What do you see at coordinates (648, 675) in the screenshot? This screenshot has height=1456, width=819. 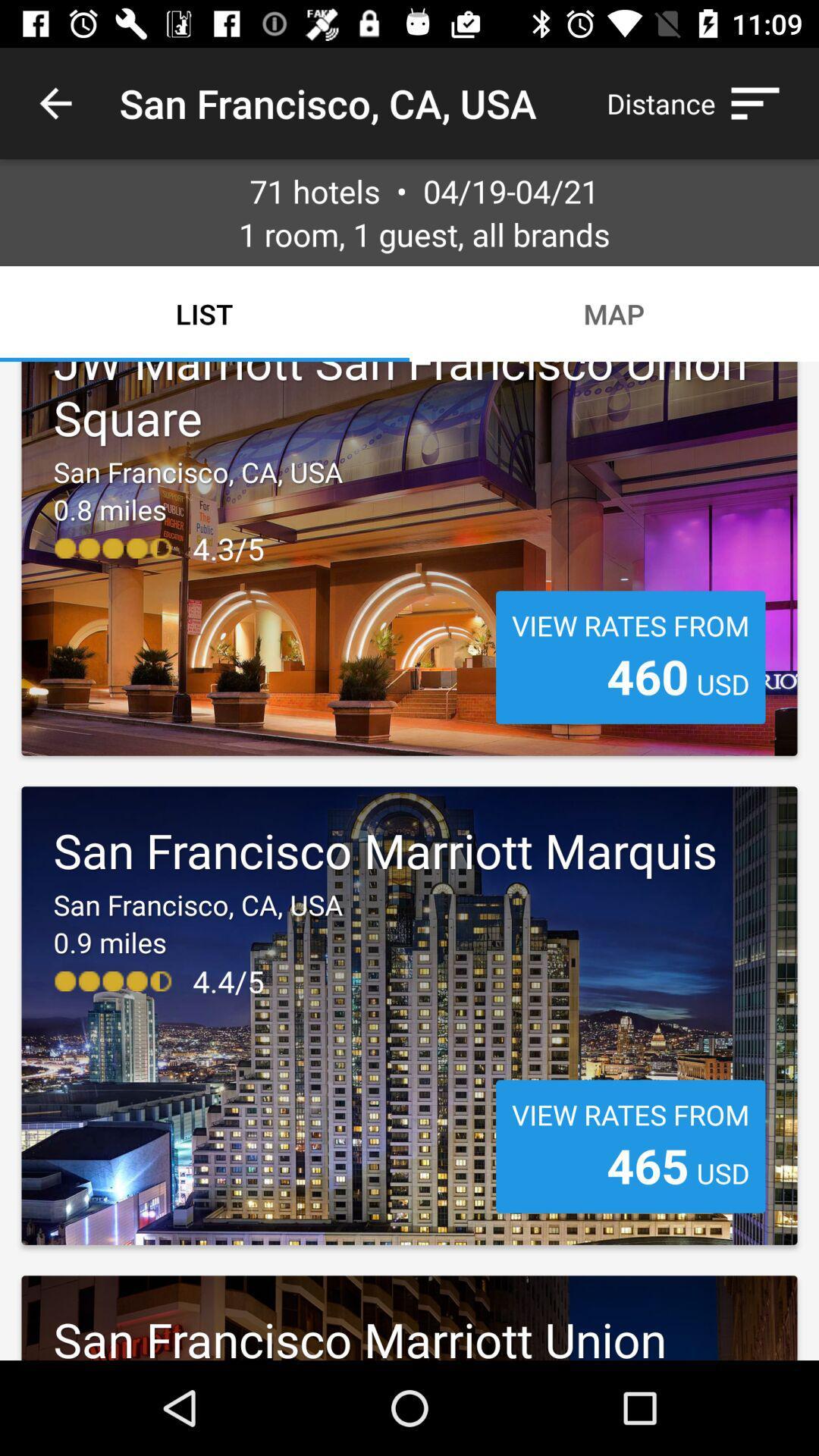 I see `item below view rates from item` at bounding box center [648, 675].